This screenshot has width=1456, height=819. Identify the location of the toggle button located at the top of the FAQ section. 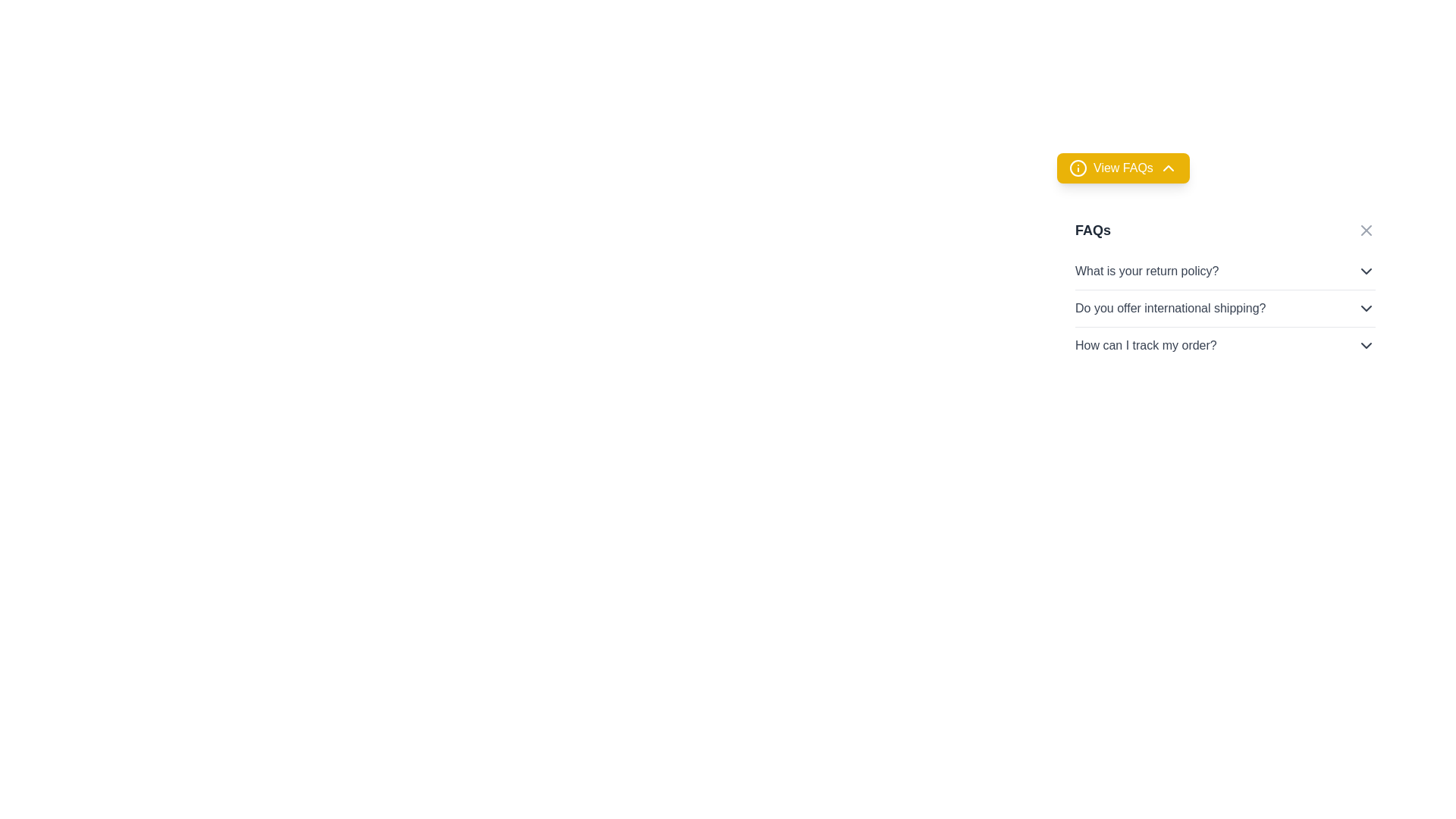
(1123, 168).